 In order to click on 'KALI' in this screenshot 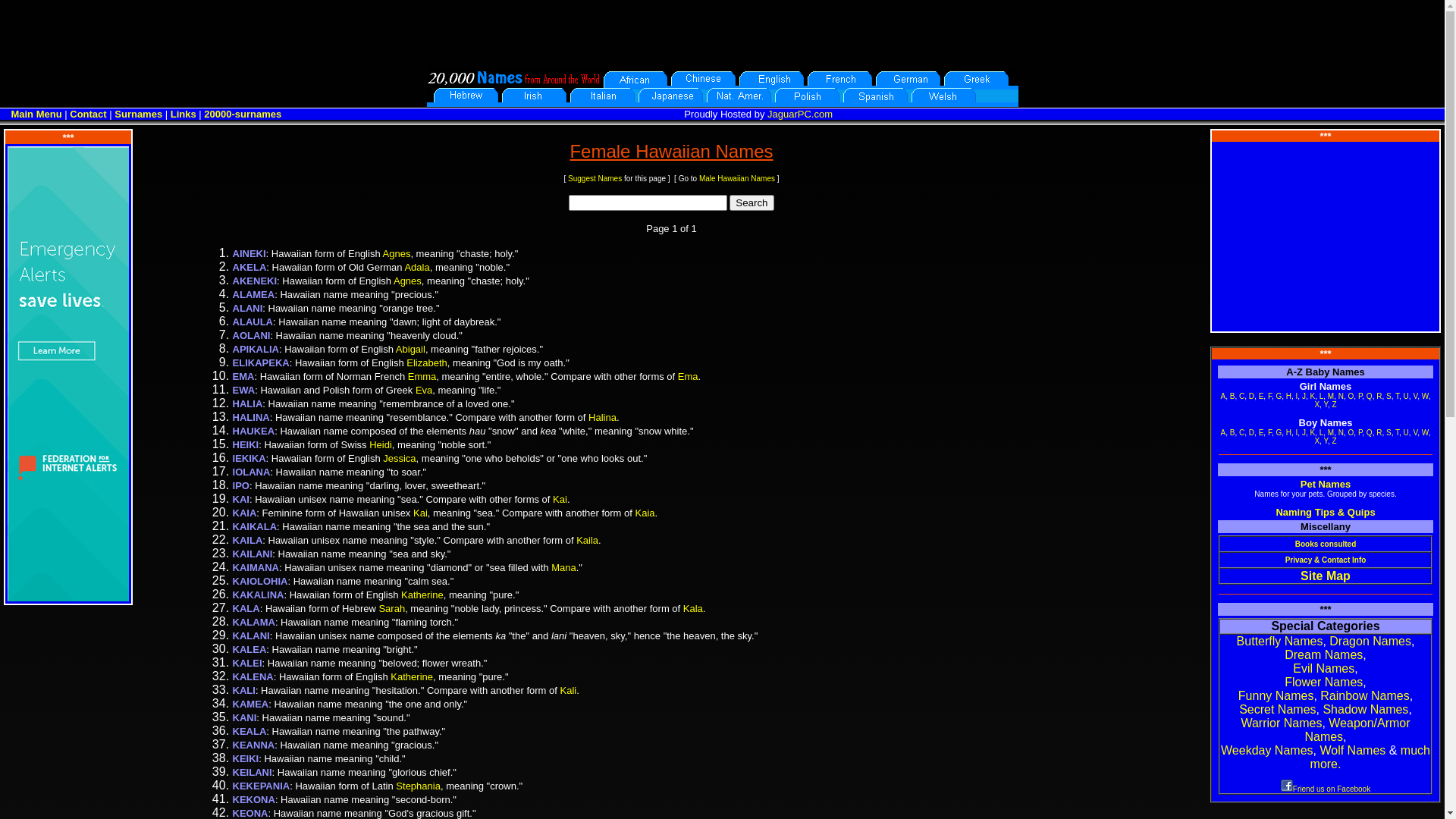, I will do `click(232, 690)`.